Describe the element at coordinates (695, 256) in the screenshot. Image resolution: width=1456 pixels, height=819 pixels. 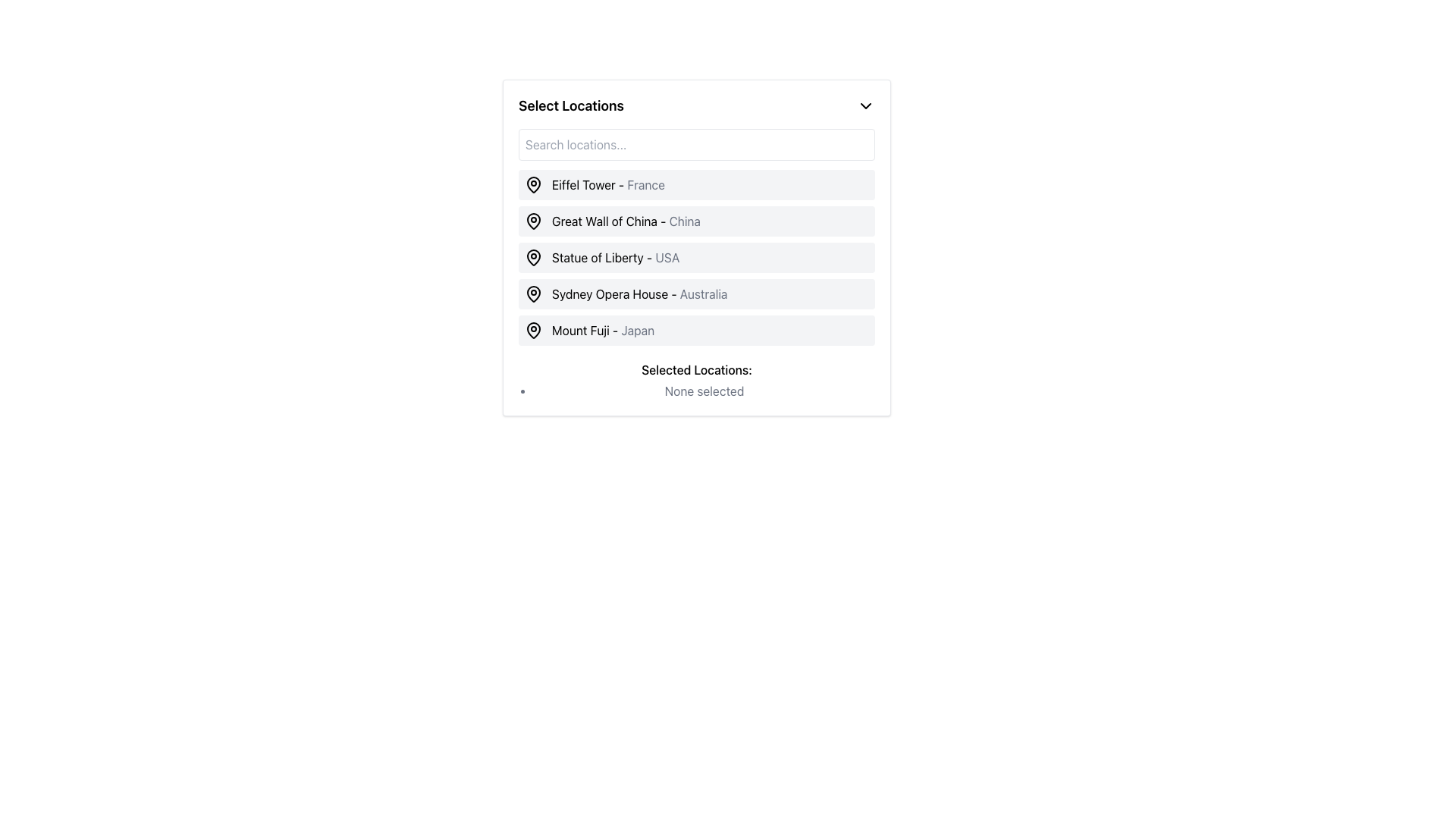
I see `the third selectable list item representing 'Statue of Liberty'` at that location.